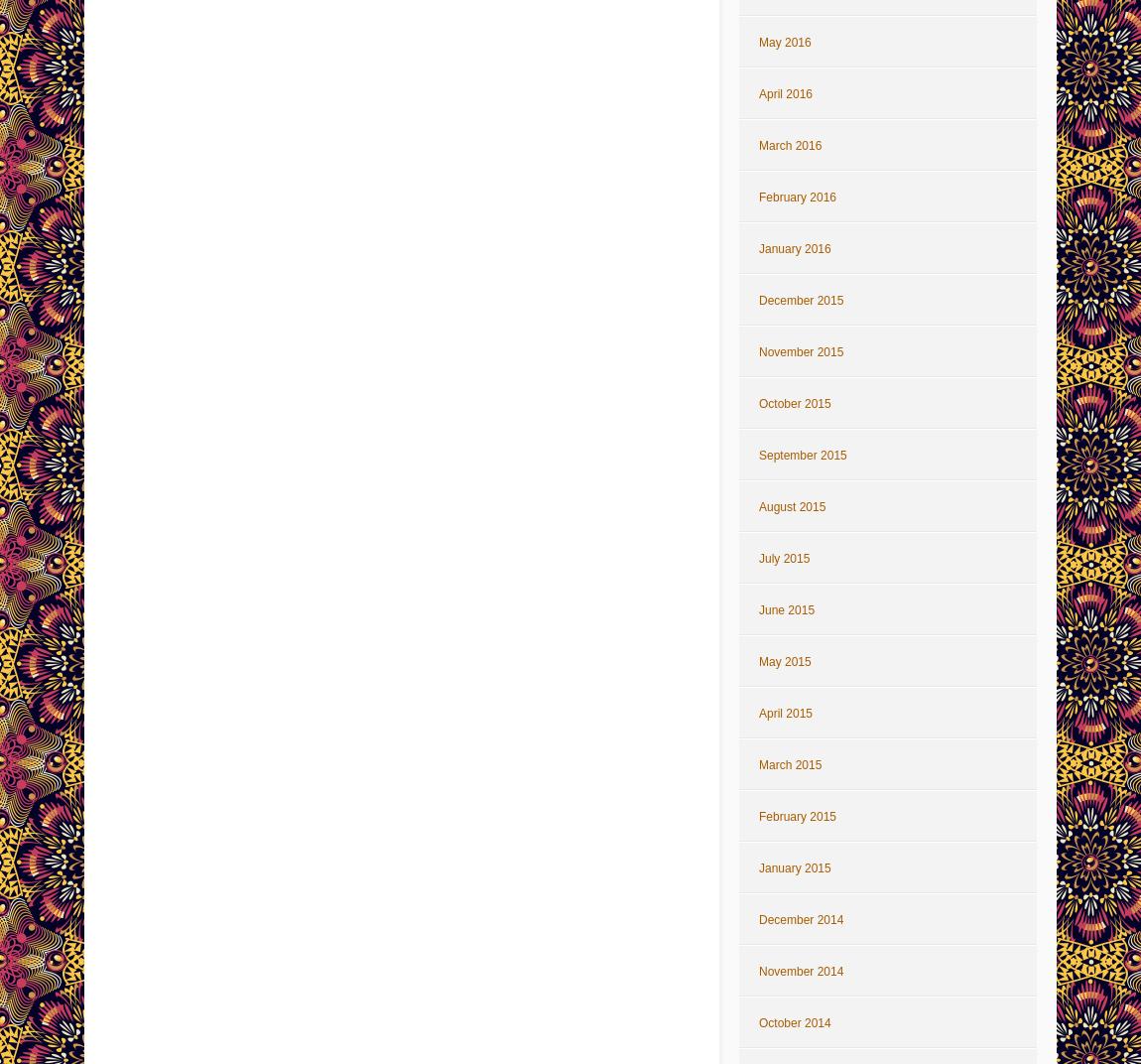 The height and width of the screenshot is (1064, 1141). What do you see at coordinates (783, 41) in the screenshot?
I see `'May 2016'` at bounding box center [783, 41].